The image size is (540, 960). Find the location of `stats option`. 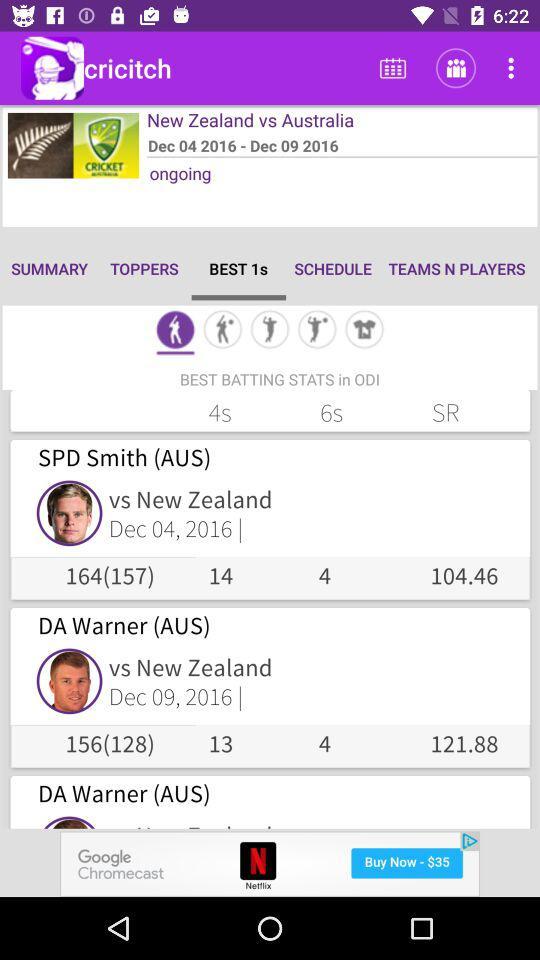

stats option is located at coordinates (270, 331).